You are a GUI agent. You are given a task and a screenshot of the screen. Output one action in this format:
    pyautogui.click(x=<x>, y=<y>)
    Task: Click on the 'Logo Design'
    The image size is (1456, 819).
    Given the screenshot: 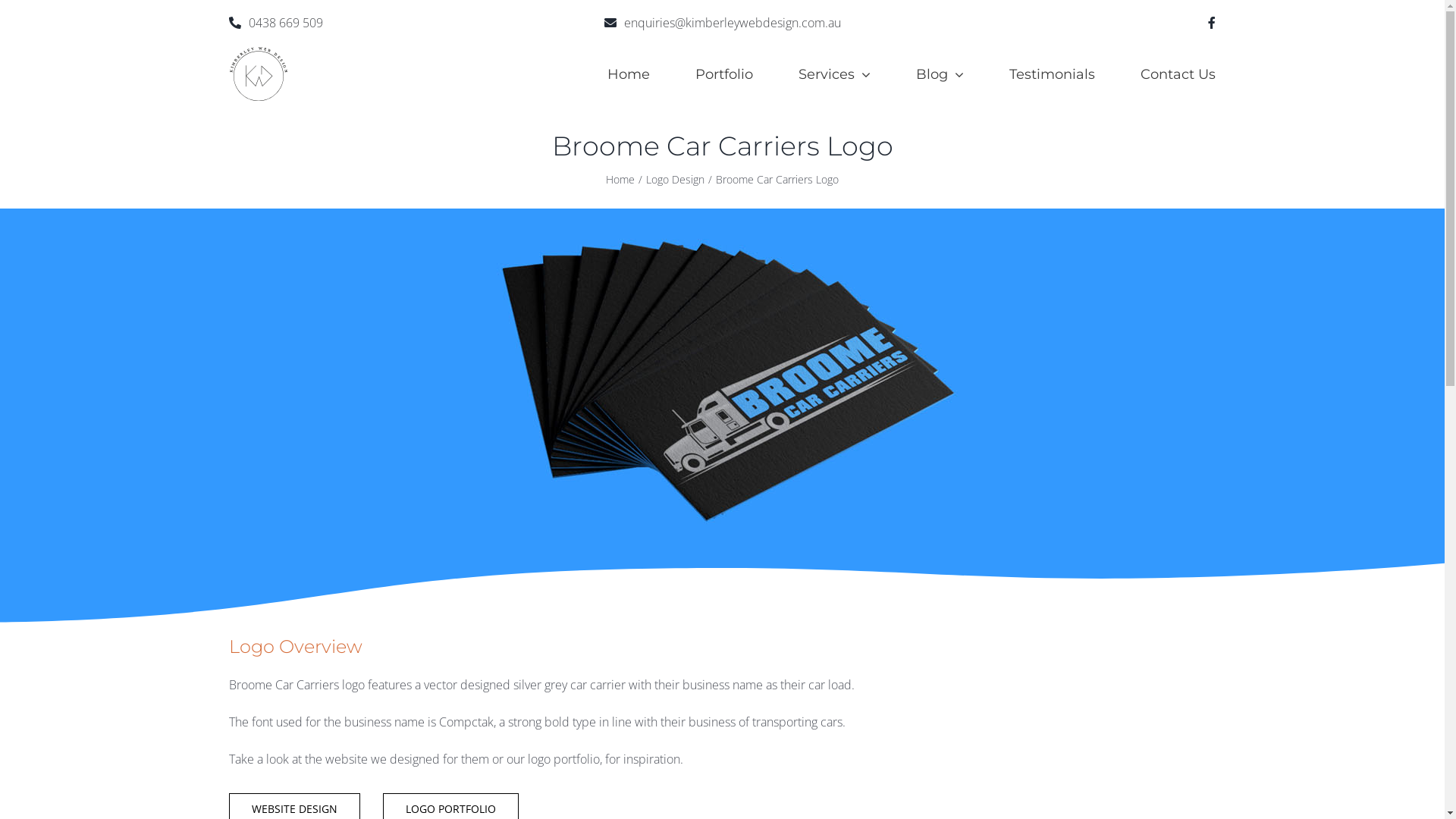 What is the action you would take?
    pyautogui.click(x=674, y=178)
    